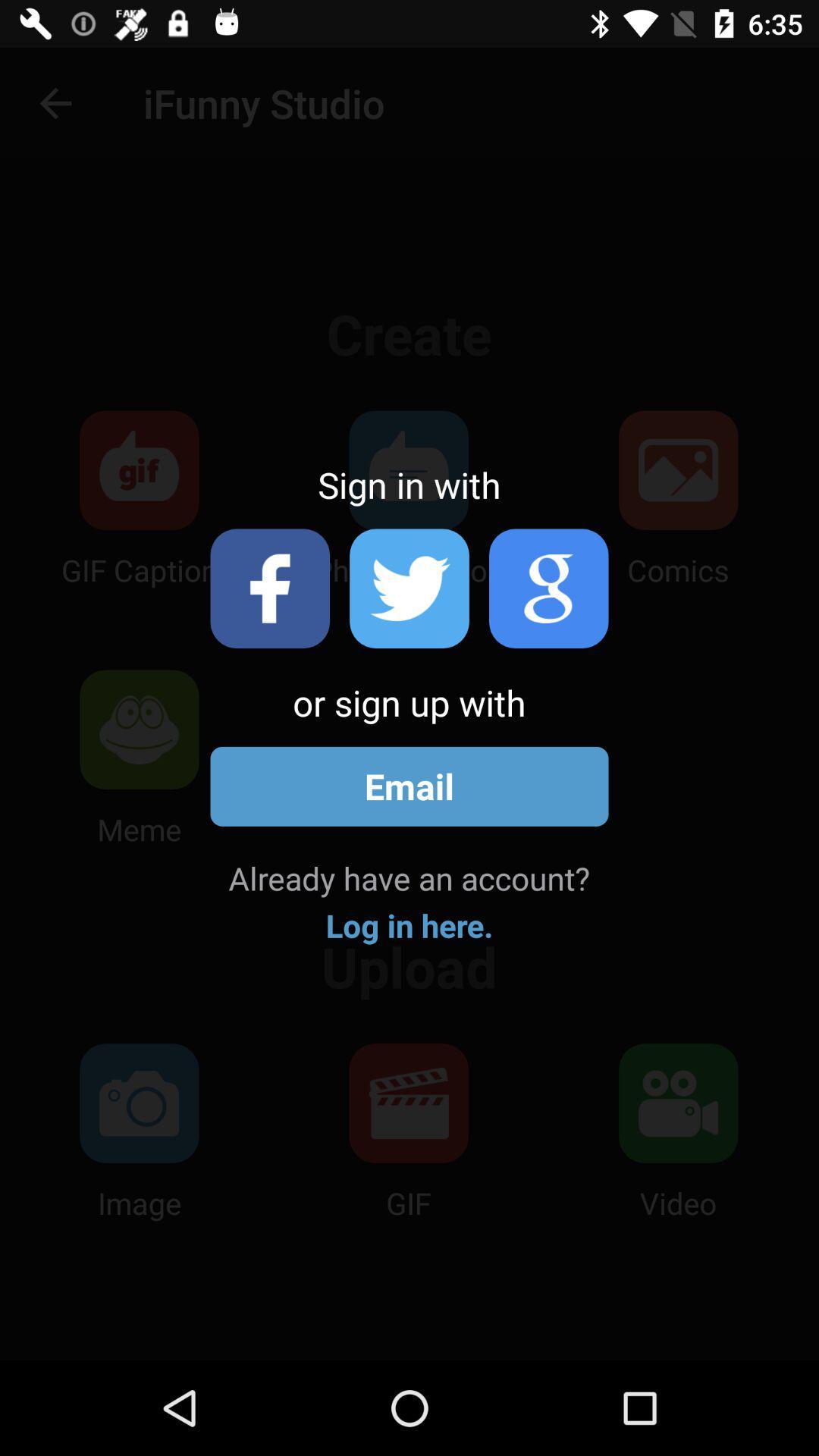 The height and width of the screenshot is (1456, 819). I want to click on login with facebook account, so click(269, 588).